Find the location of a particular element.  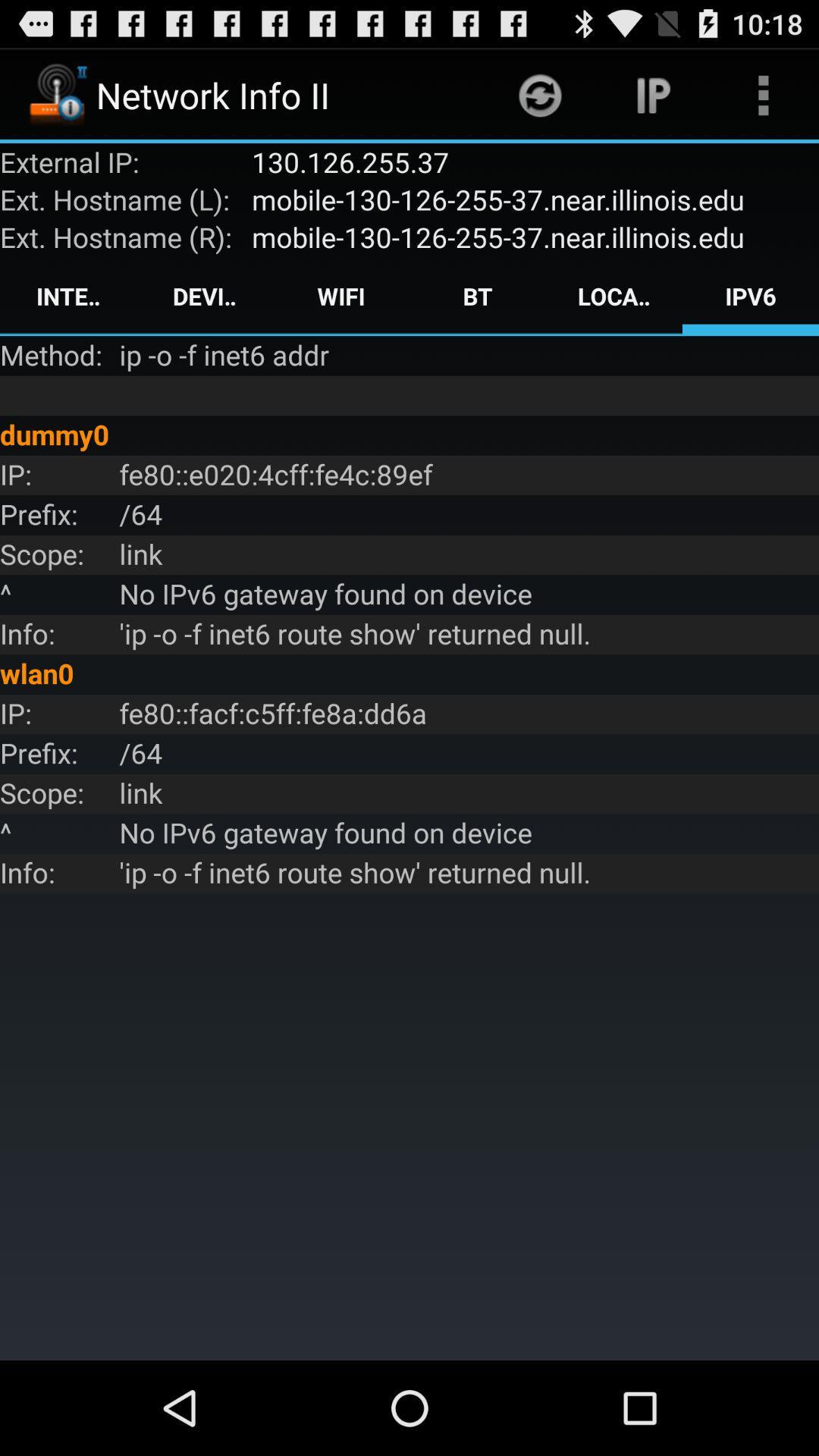

the interface is located at coordinates (67, 296).